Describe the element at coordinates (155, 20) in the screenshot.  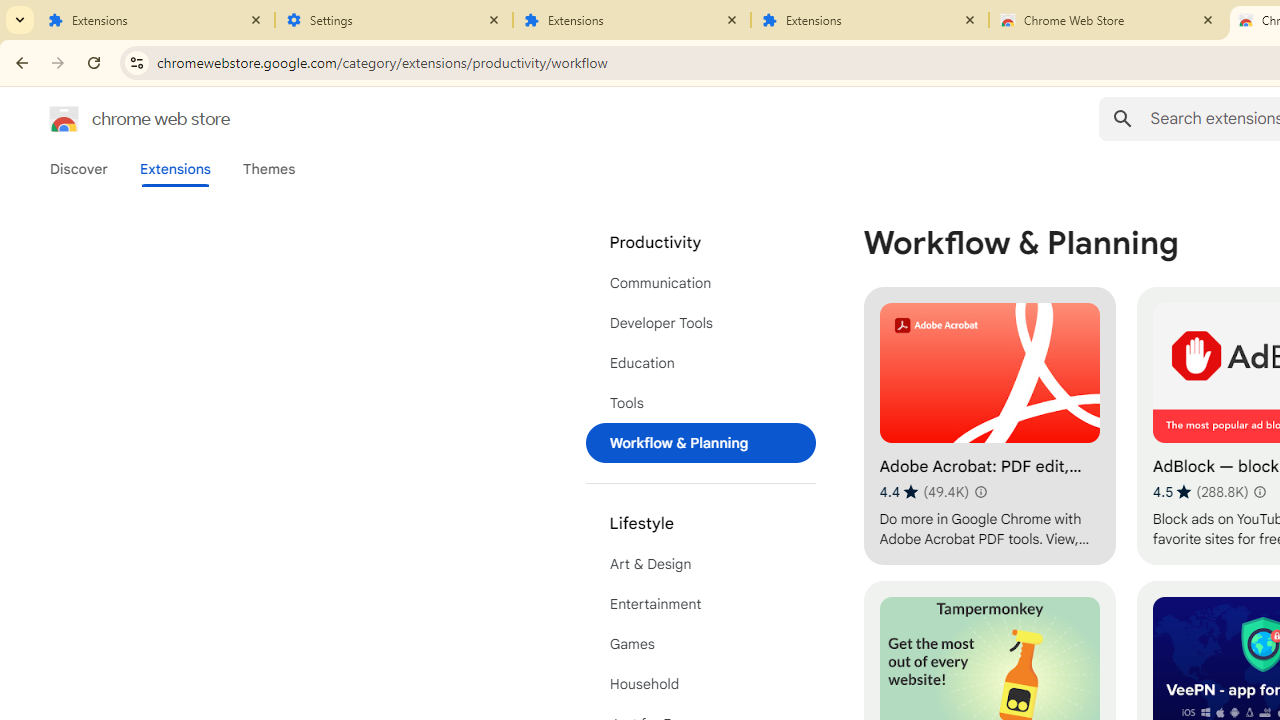
I see `'Extensions'` at that location.